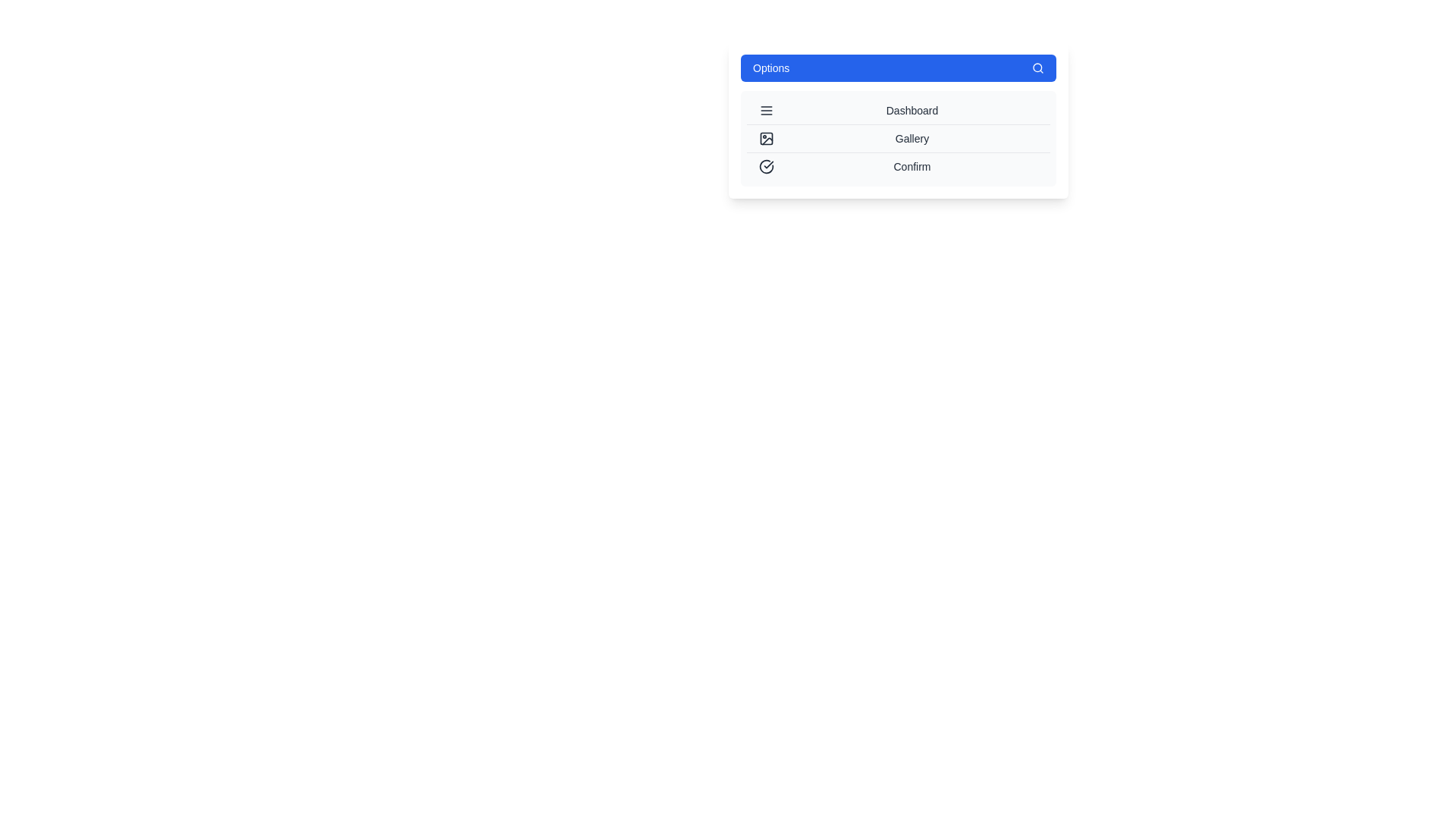 The image size is (1456, 819). Describe the element at coordinates (767, 110) in the screenshot. I see `the icon corresponding to the menu item Dashboard` at that location.